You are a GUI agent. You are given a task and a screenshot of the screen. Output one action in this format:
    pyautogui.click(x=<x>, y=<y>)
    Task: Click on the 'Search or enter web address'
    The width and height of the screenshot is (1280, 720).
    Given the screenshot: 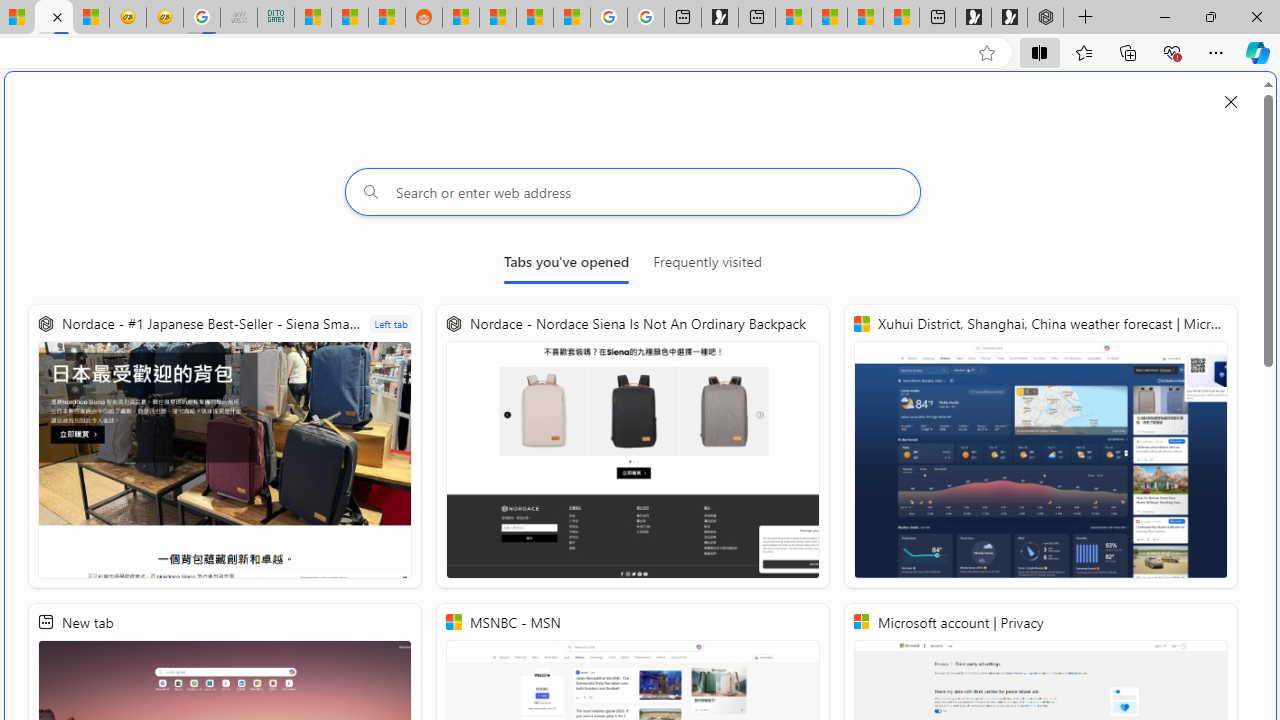 What is the action you would take?
    pyautogui.click(x=632, y=191)
    